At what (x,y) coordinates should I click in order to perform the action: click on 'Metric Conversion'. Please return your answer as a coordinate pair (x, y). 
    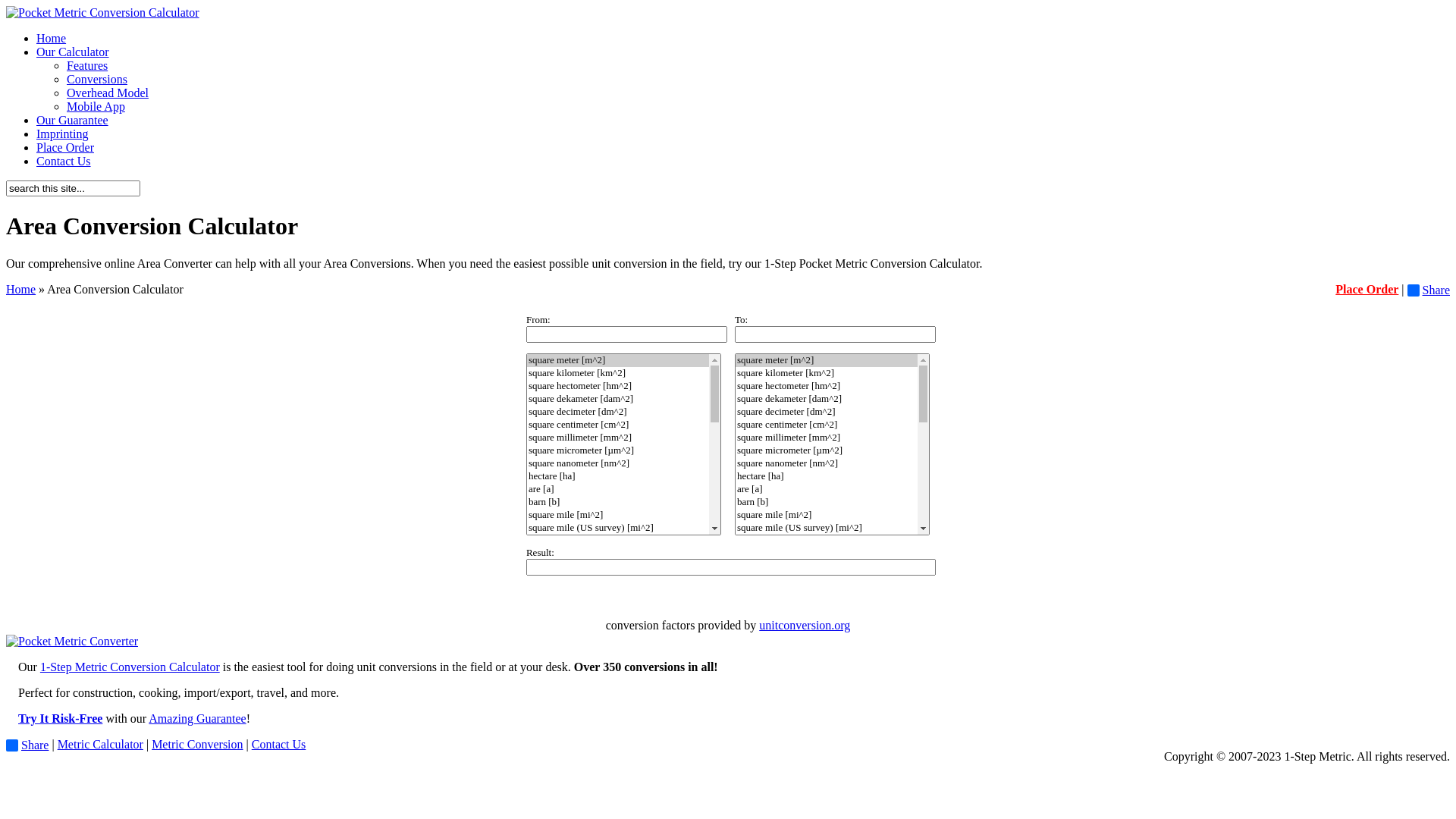
    Looking at the image, I should click on (196, 743).